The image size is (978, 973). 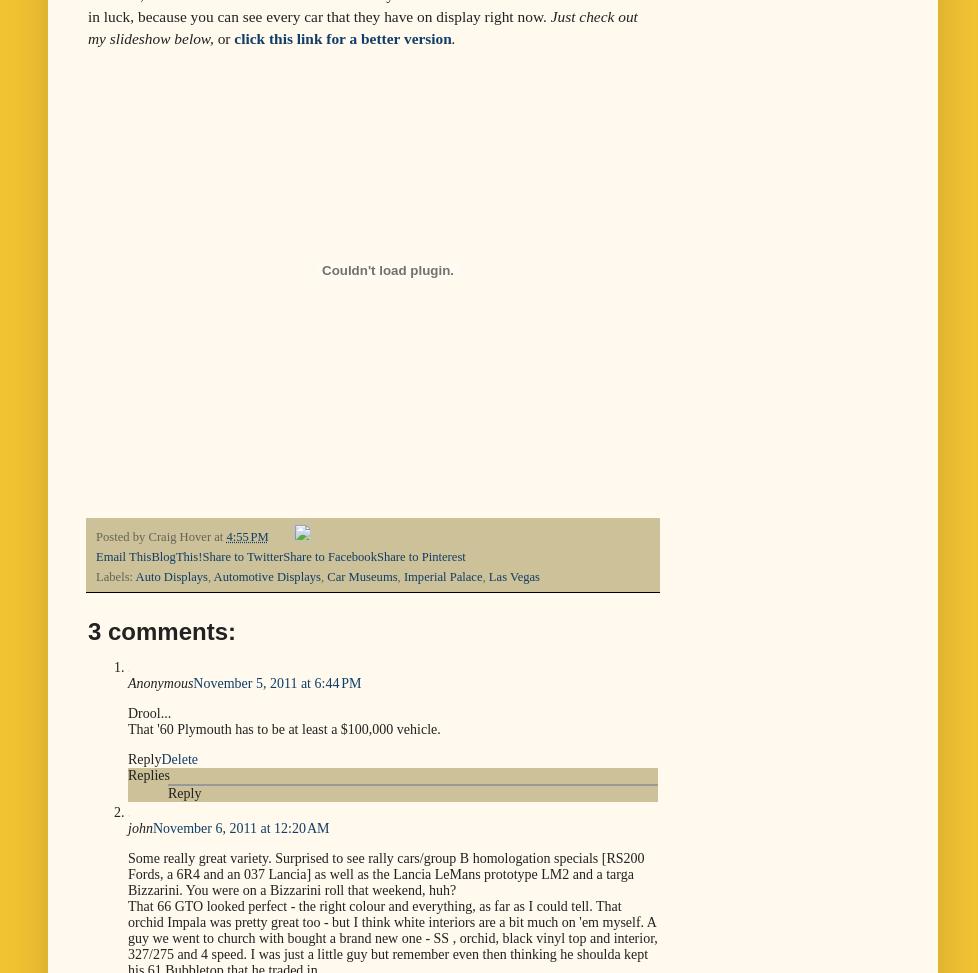 What do you see at coordinates (128, 827) in the screenshot?
I see `'john'` at bounding box center [128, 827].